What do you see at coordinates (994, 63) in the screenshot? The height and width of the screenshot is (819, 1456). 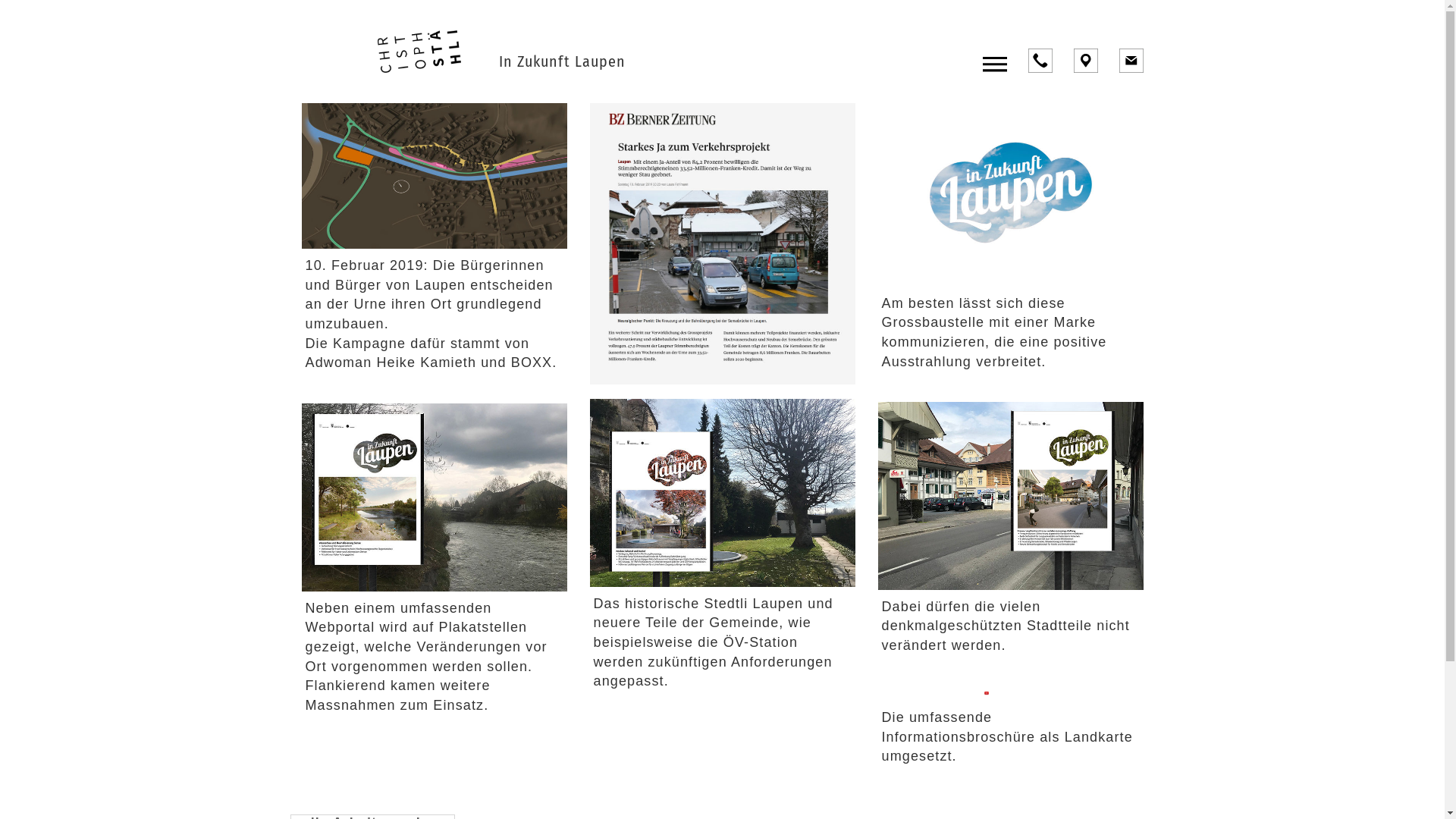 I see `'Toggle navigation'` at bounding box center [994, 63].